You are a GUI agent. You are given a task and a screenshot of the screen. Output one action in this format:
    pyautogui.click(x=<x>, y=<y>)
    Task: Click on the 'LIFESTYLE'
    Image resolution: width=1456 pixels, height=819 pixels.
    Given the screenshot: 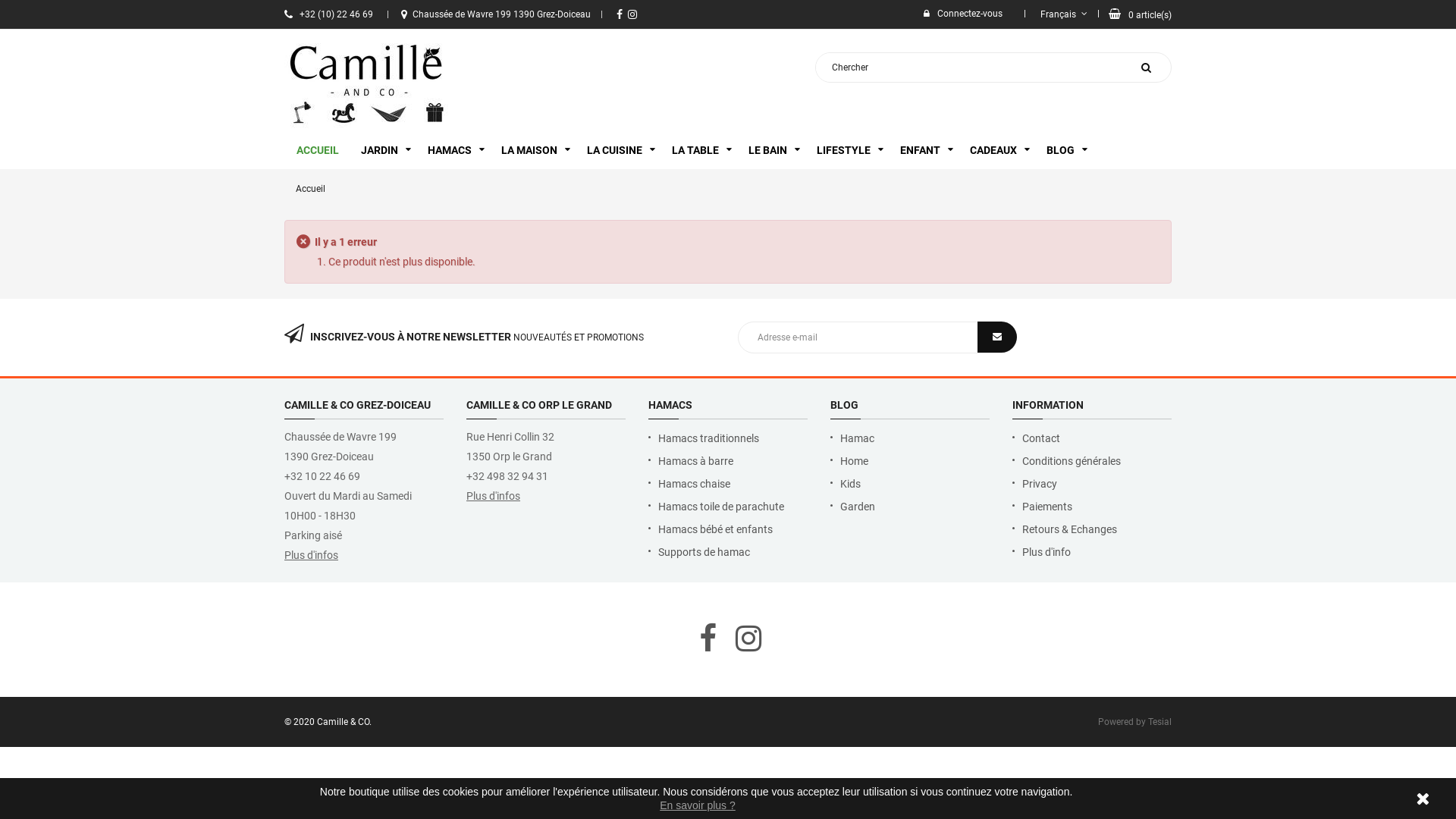 What is the action you would take?
    pyautogui.click(x=807, y=149)
    